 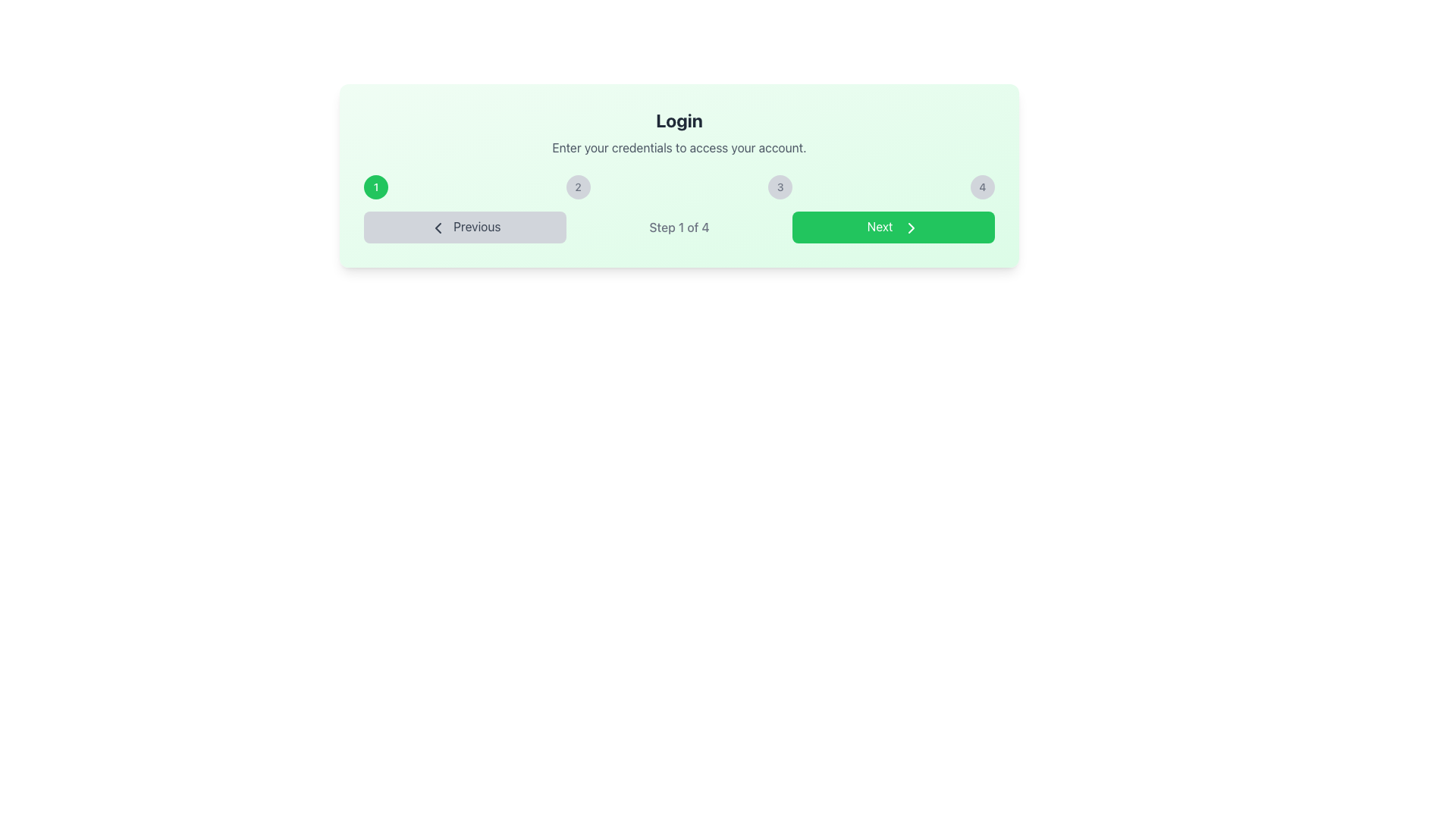 I want to click on current step label from the navigation bar located at the bottom section of the 'Login' card, which indicates the user's current position in the multi-step process, so click(x=679, y=227).